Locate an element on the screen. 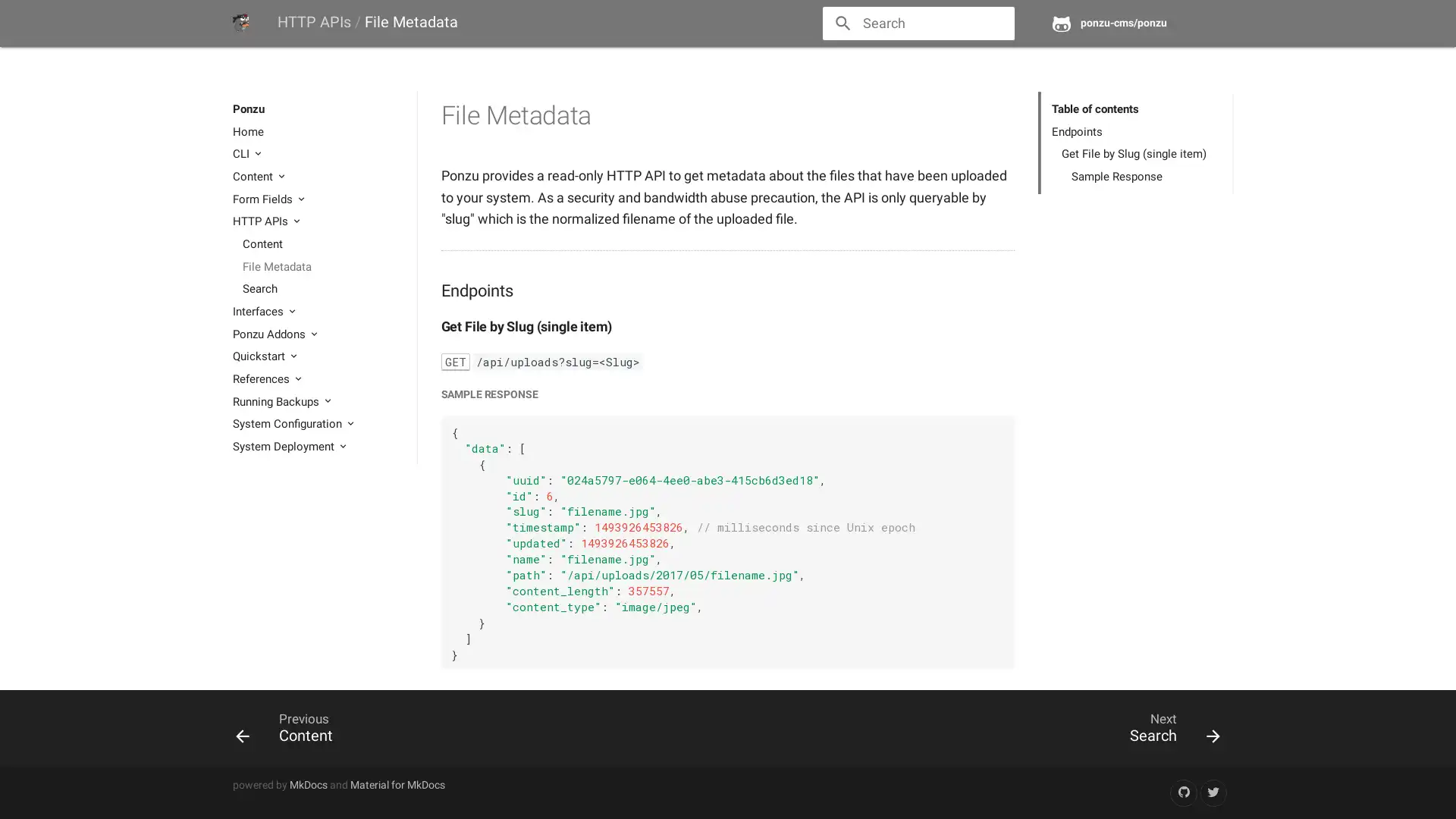 This screenshot has width=1456, height=819. close is located at coordinates (994, 23).